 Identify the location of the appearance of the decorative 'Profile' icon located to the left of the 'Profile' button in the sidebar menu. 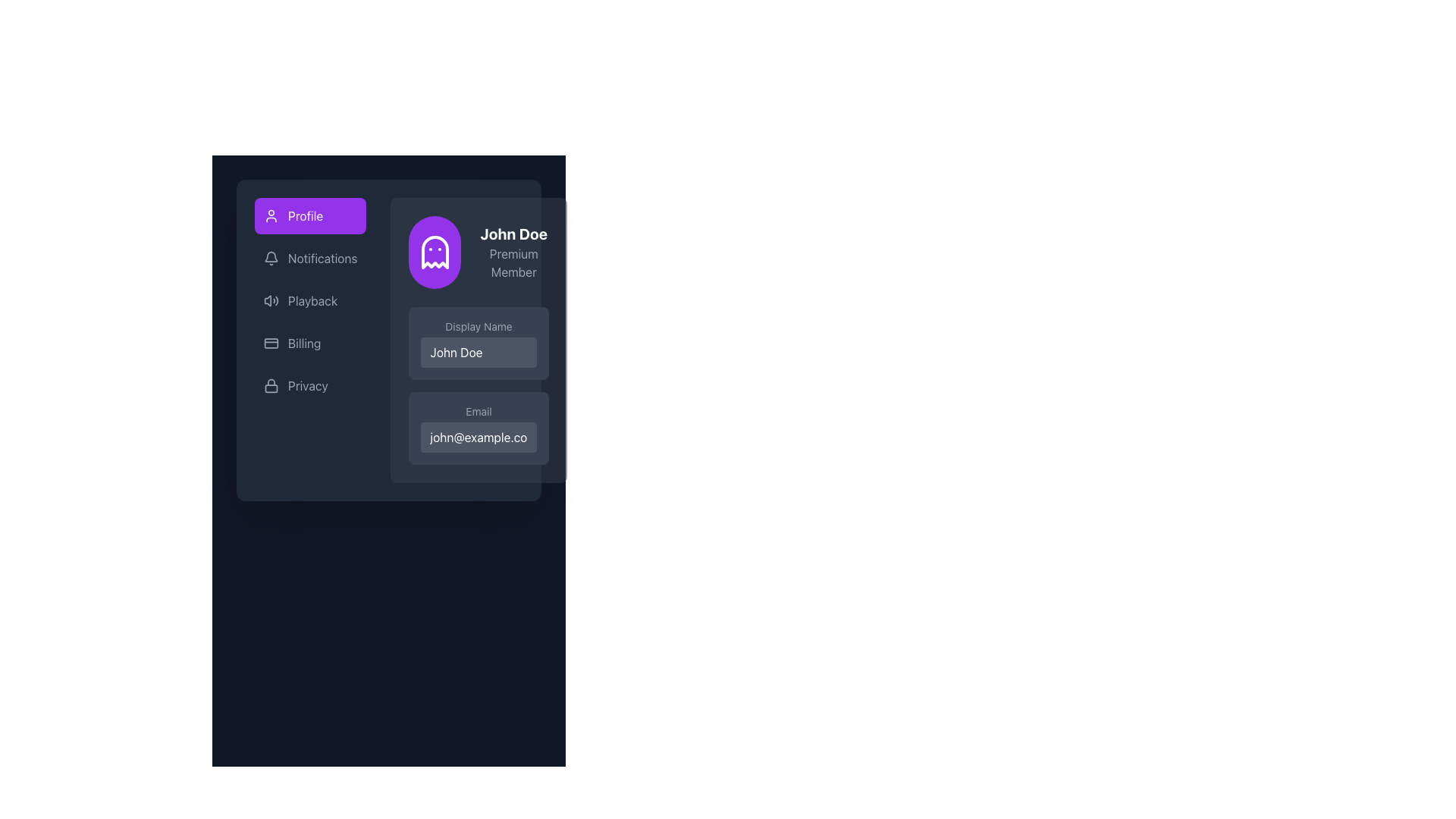
(271, 216).